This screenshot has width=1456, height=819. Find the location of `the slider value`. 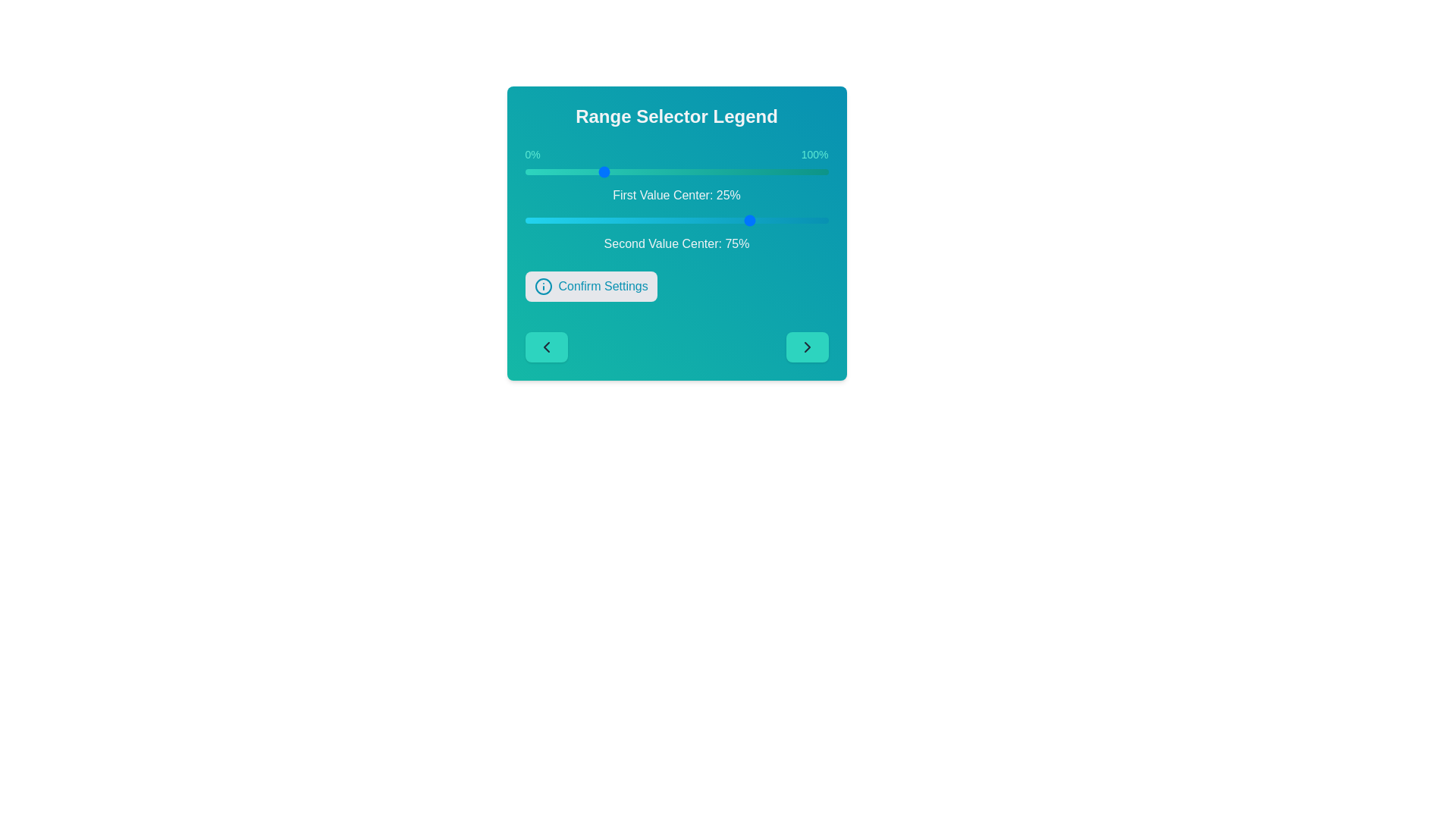

the slider value is located at coordinates (563, 171).